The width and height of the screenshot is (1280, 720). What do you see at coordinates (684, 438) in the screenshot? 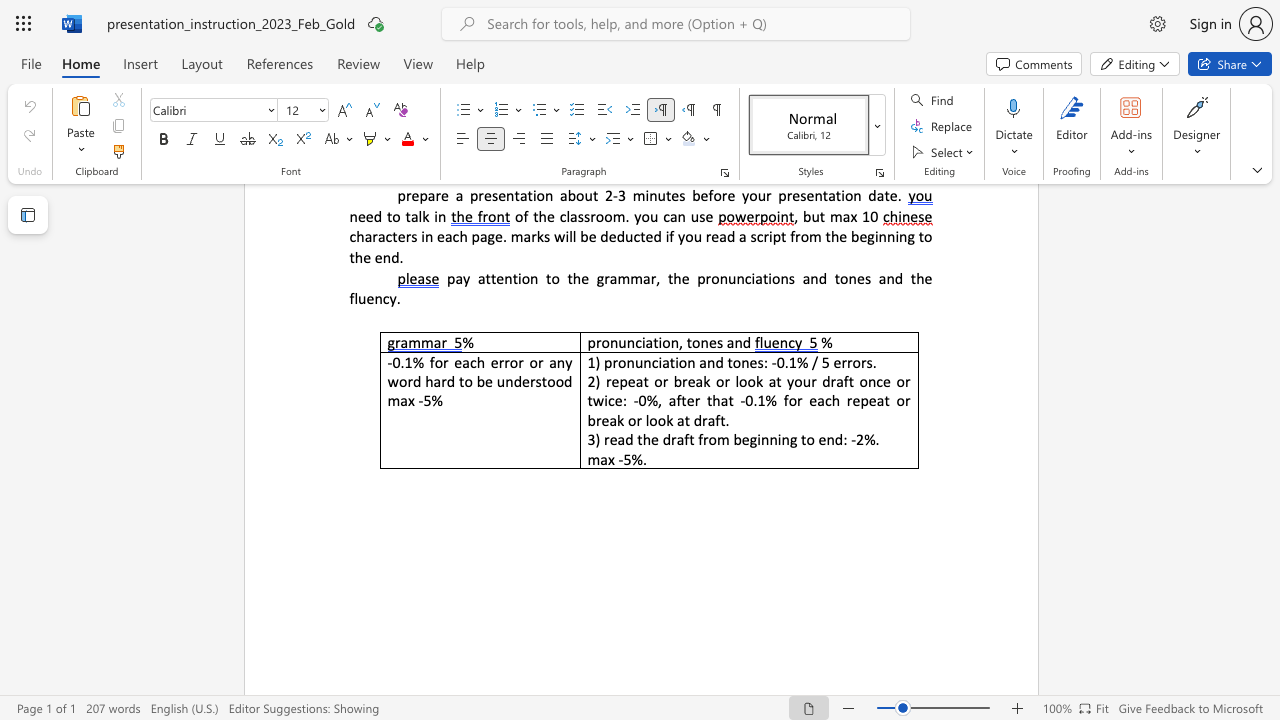
I see `the subset text "ft from beginn" within the text "3) read the draft from beginning to end: -2%."` at bounding box center [684, 438].